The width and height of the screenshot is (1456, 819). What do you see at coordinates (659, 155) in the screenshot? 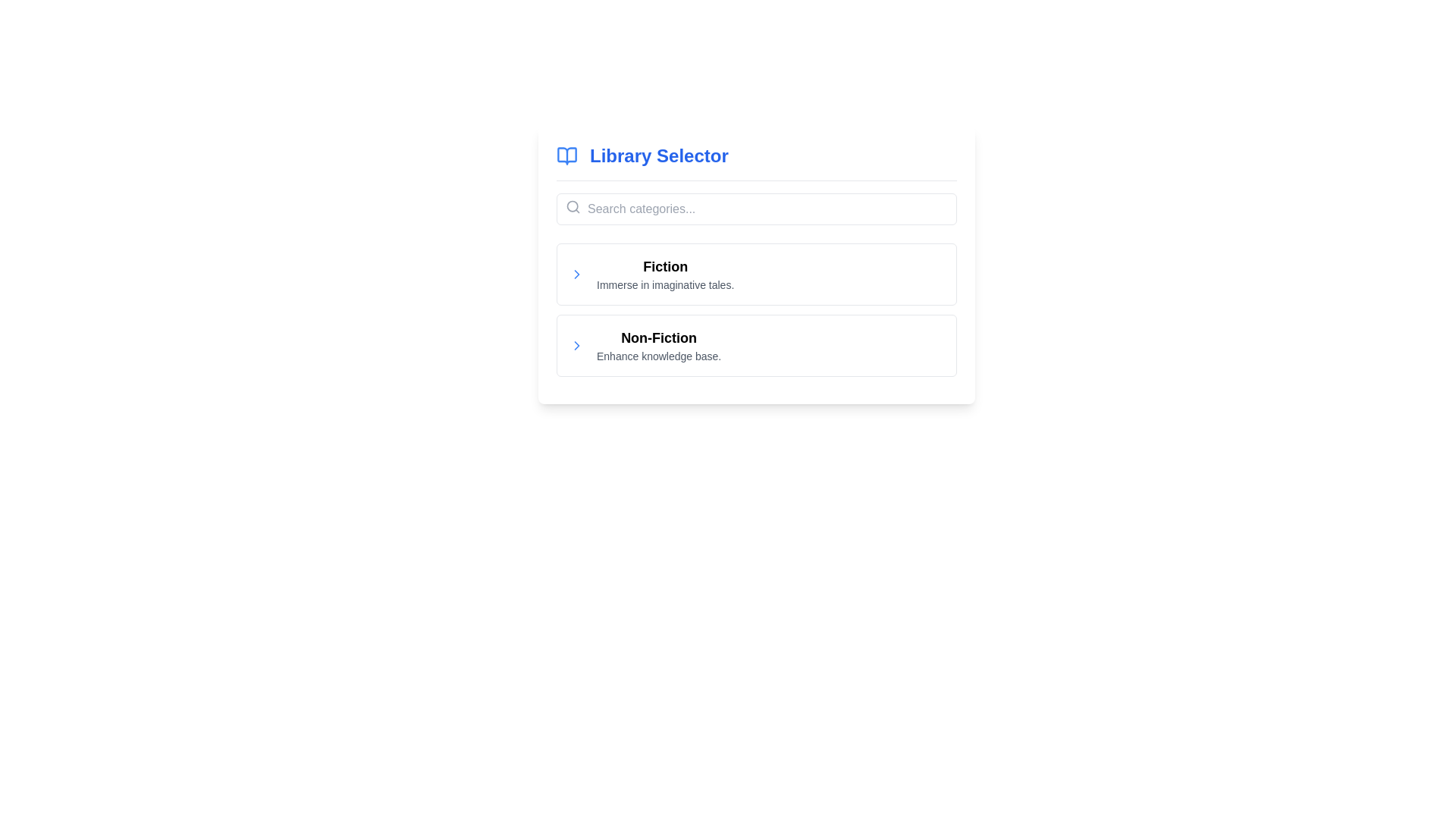
I see `Text label that serves as a header for the libraries section, positioned near the middle and slightly right of the top section of the interface` at bounding box center [659, 155].